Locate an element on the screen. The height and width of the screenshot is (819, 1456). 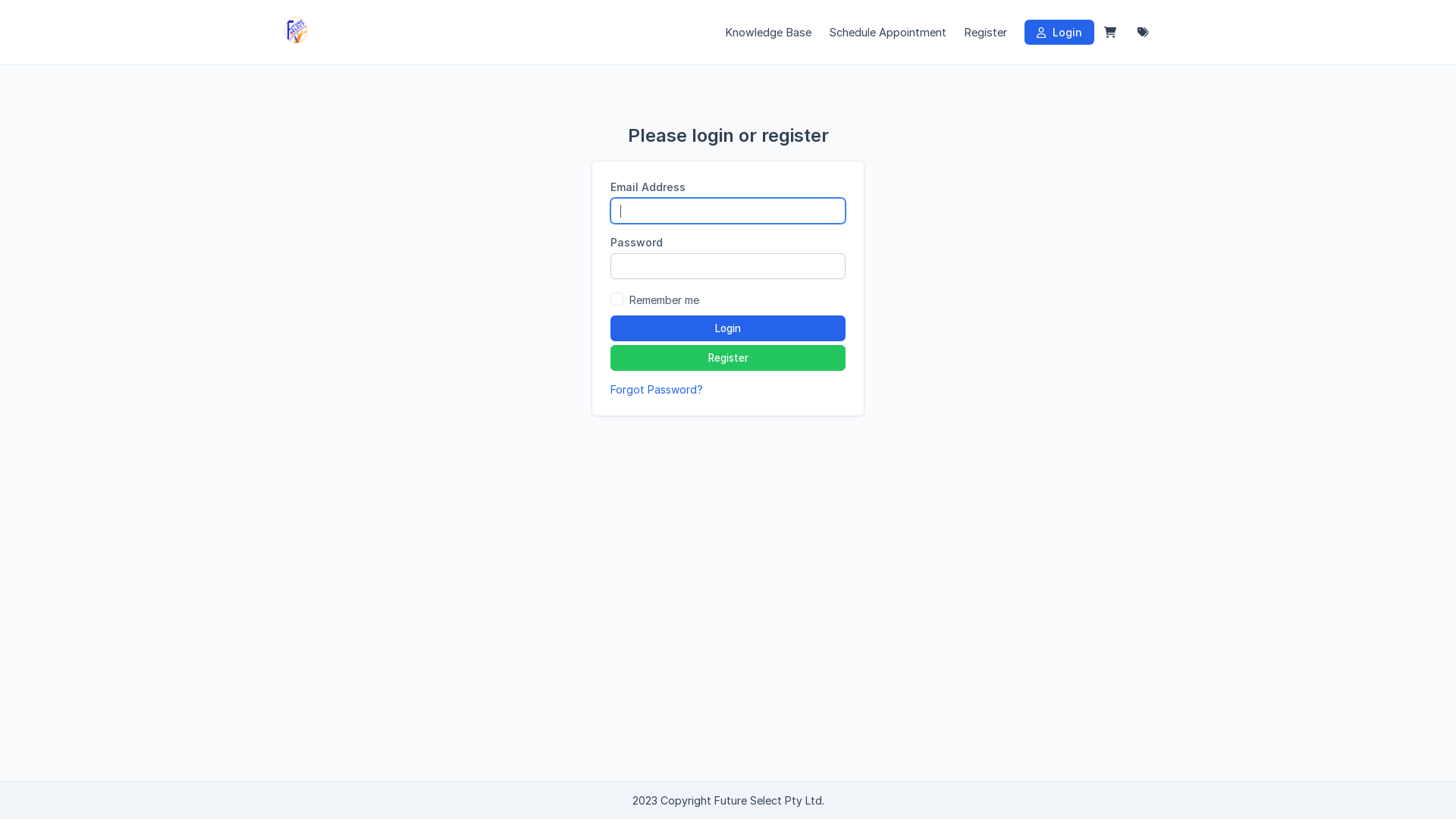
'Register' is located at coordinates (985, 32).